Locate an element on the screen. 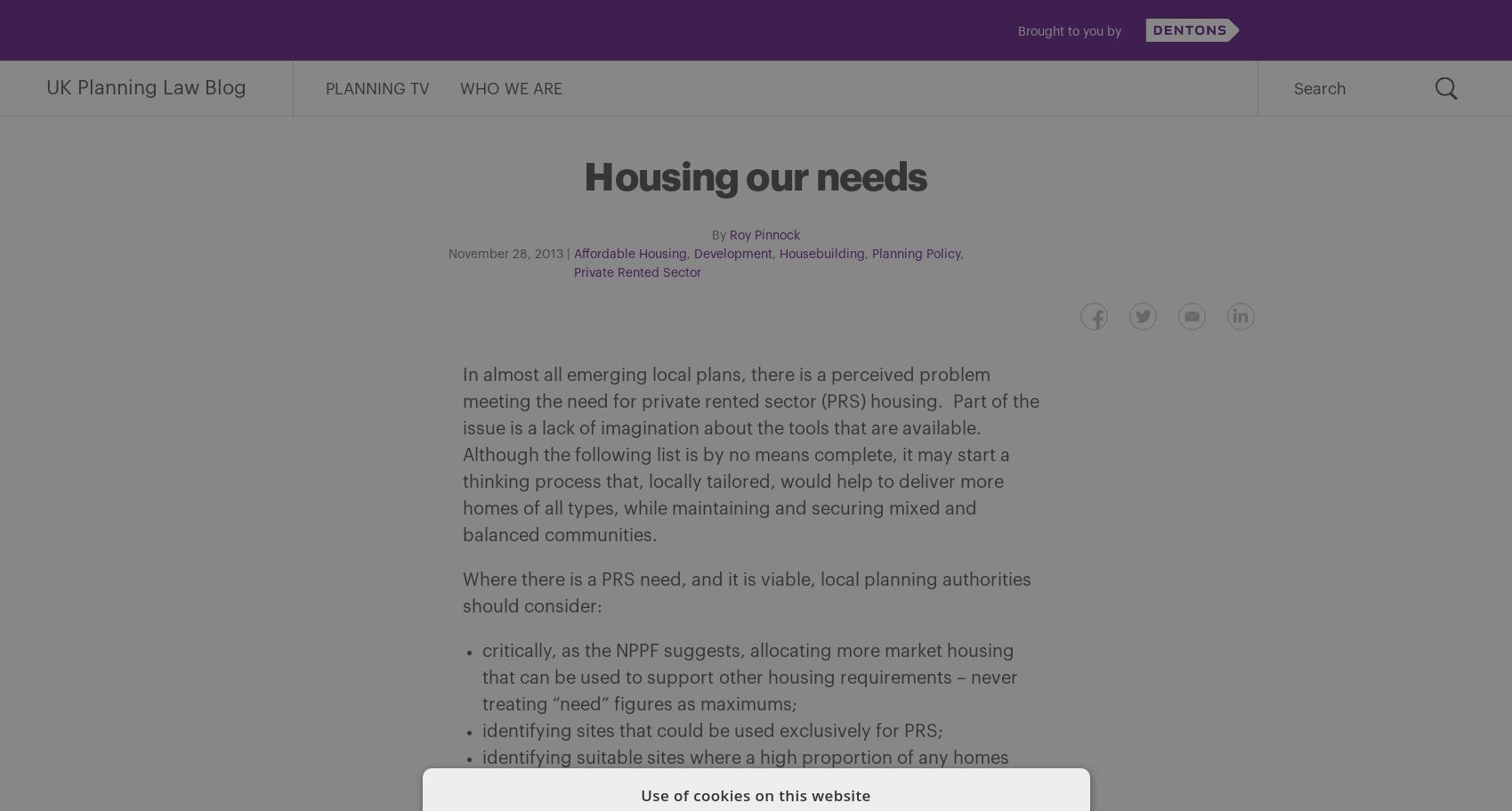 This screenshot has height=811, width=1512. 'Share via email' is located at coordinates (675, 317).